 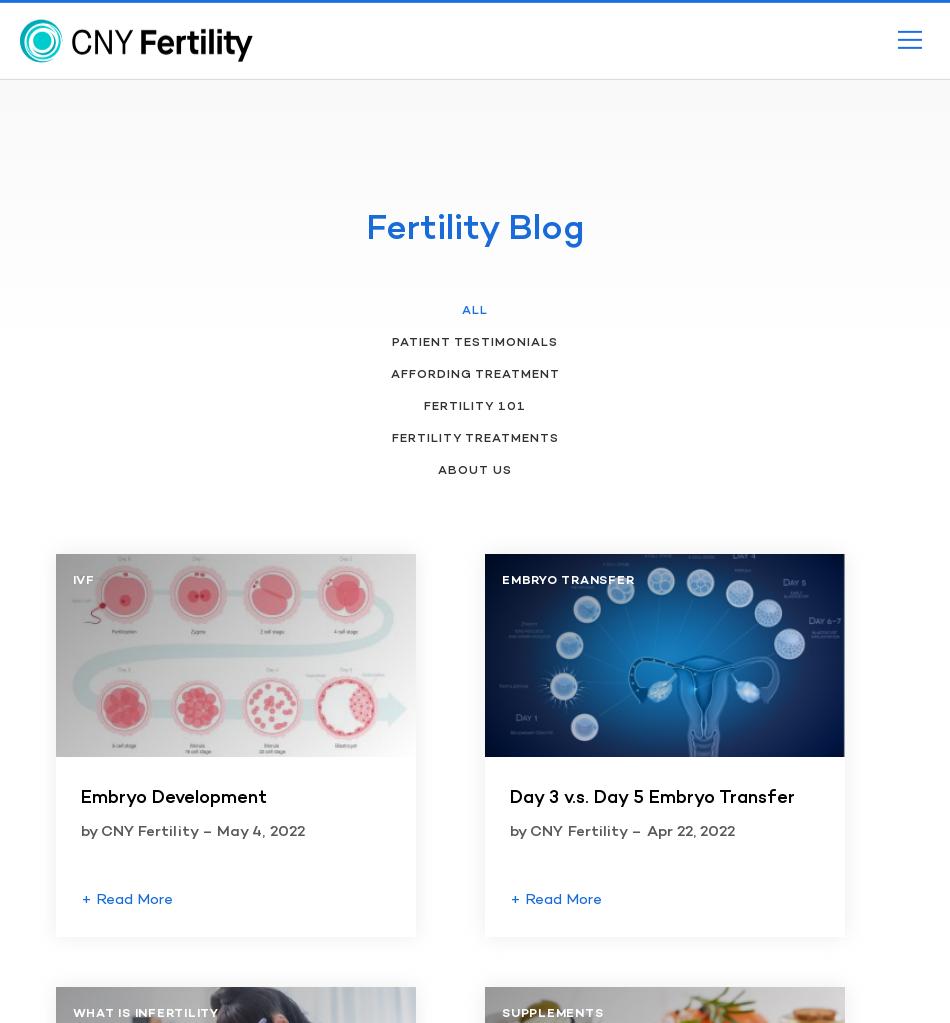 What do you see at coordinates (172, 798) in the screenshot?
I see `'Embryo Development'` at bounding box center [172, 798].